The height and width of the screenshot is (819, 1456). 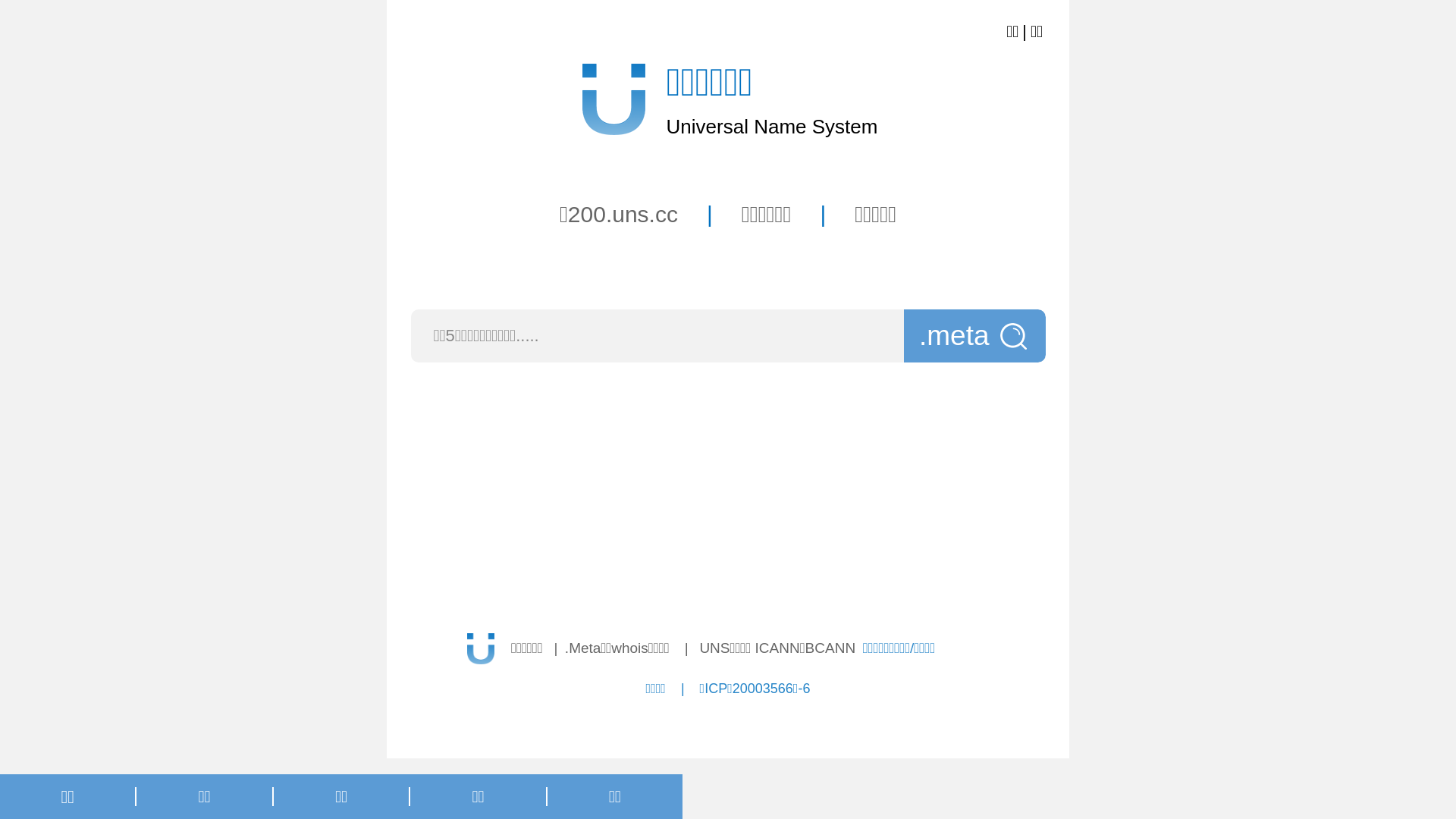 What do you see at coordinates (830, 648) in the screenshot?
I see `'BCANN'` at bounding box center [830, 648].